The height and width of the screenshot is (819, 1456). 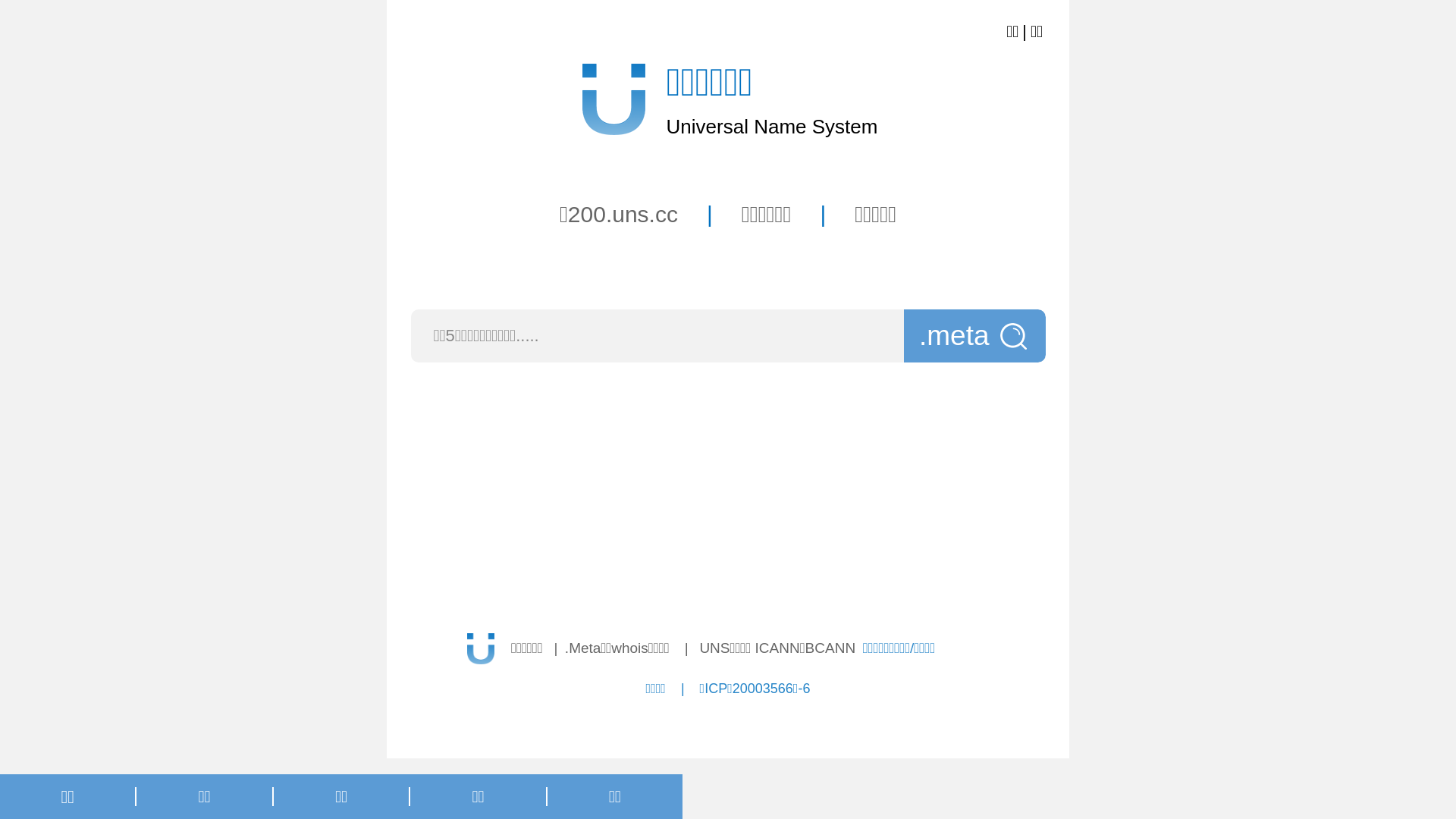 What do you see at coordinates (830, 648) in the screenshot?
I see `'BCANN'` at bounding box center [830, 648].